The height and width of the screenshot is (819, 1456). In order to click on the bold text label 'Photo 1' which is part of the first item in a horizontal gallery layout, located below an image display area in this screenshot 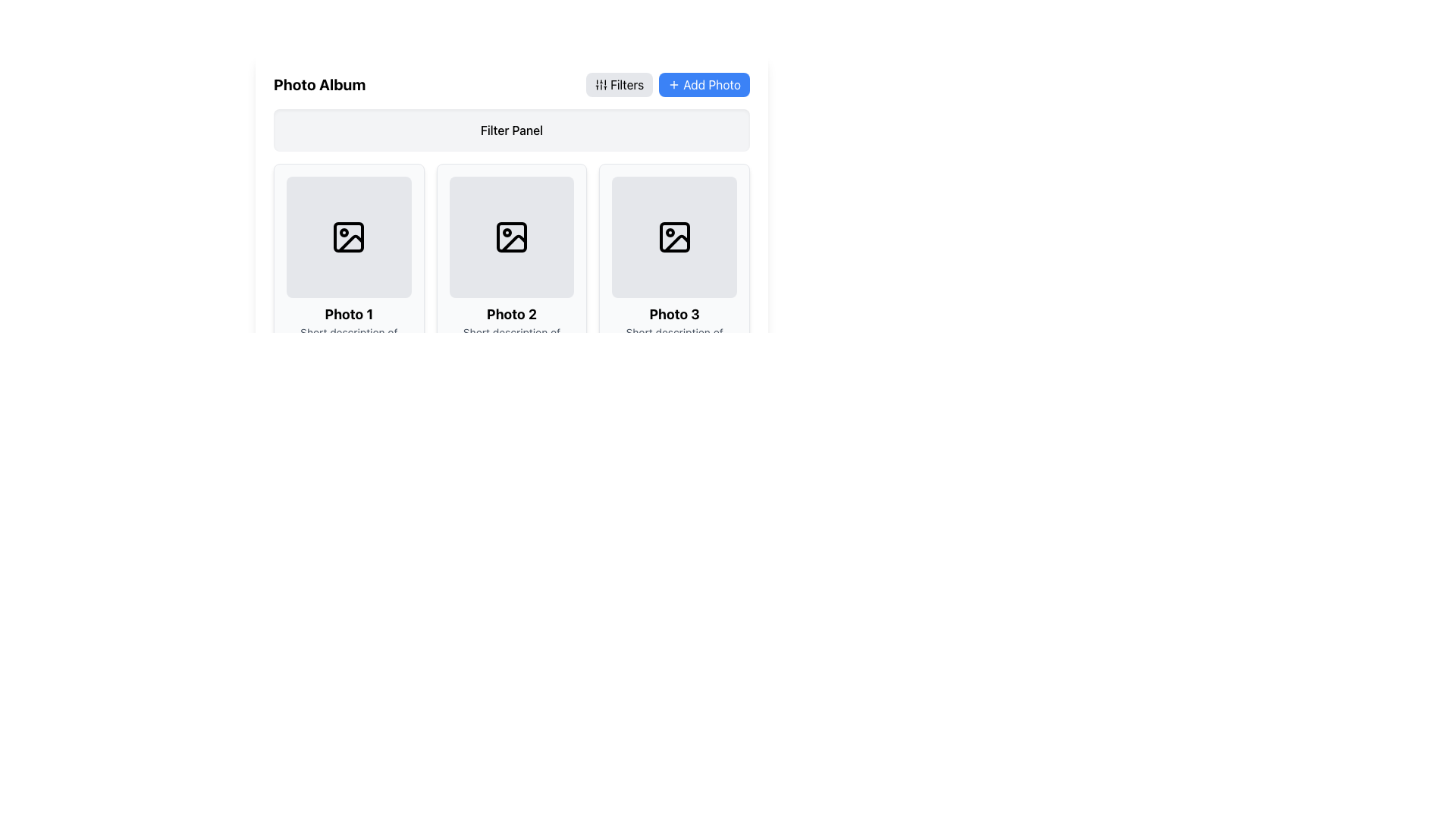, I will do `click(348, 314)`.